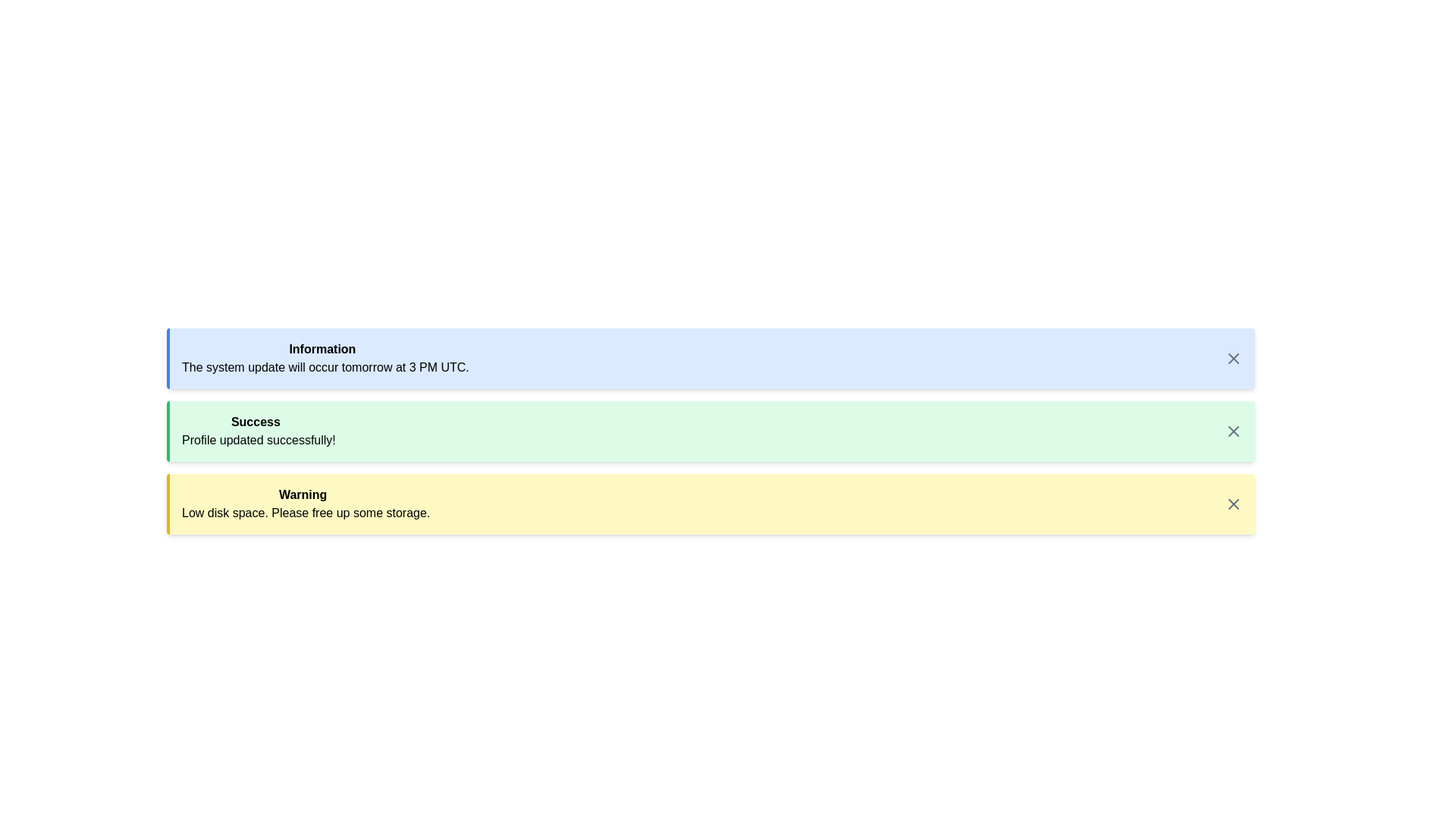  What do you see at coordinates (711, 504) in the screenshot?
I see `warning message from the Notification Banner, which has a yellow background and displays 'Warning: Low disk space. Please free up some storage.'` at bounding box center [711, 504].